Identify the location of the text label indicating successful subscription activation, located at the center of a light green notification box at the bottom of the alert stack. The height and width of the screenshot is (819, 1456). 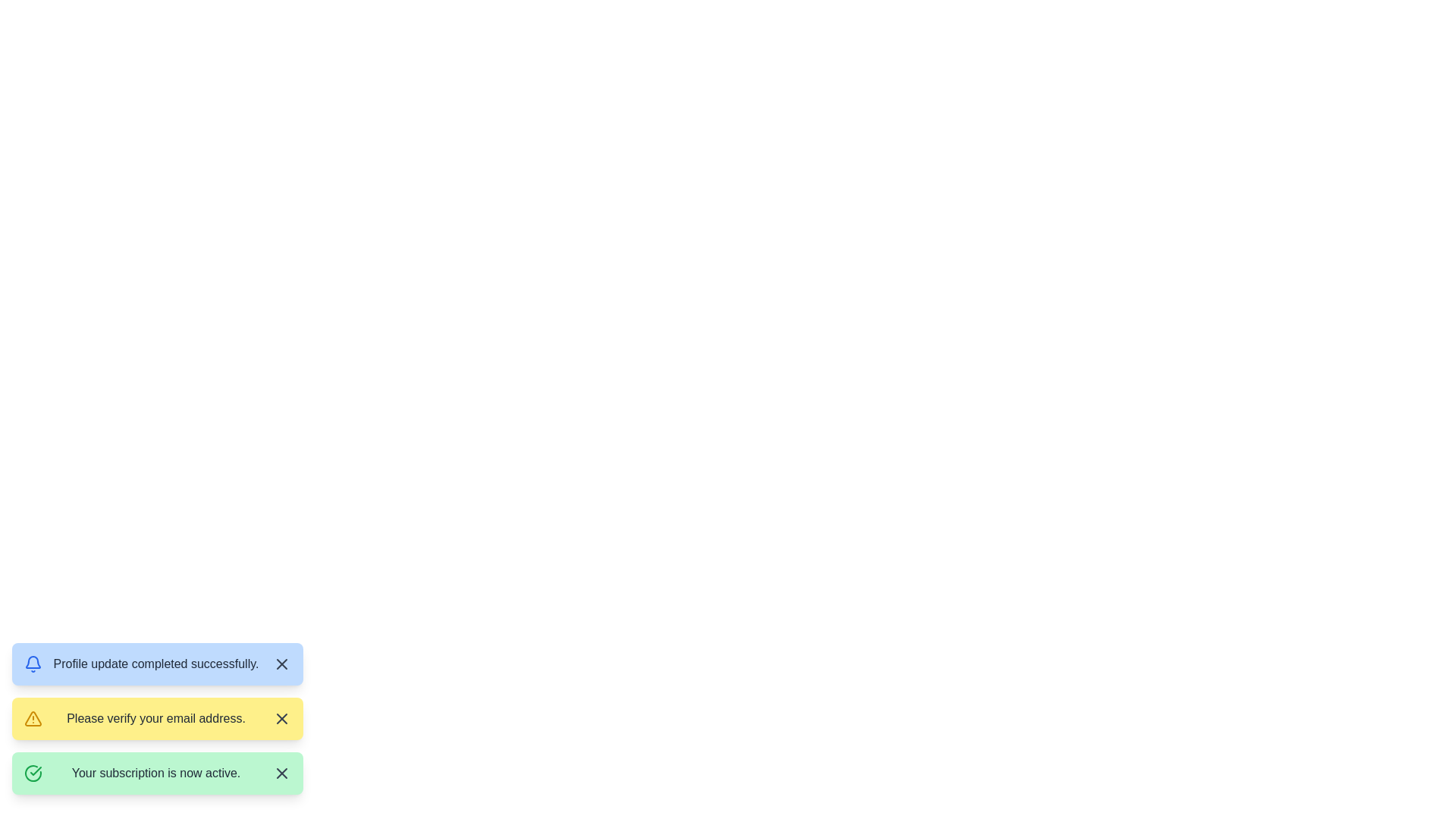
(156, 773).